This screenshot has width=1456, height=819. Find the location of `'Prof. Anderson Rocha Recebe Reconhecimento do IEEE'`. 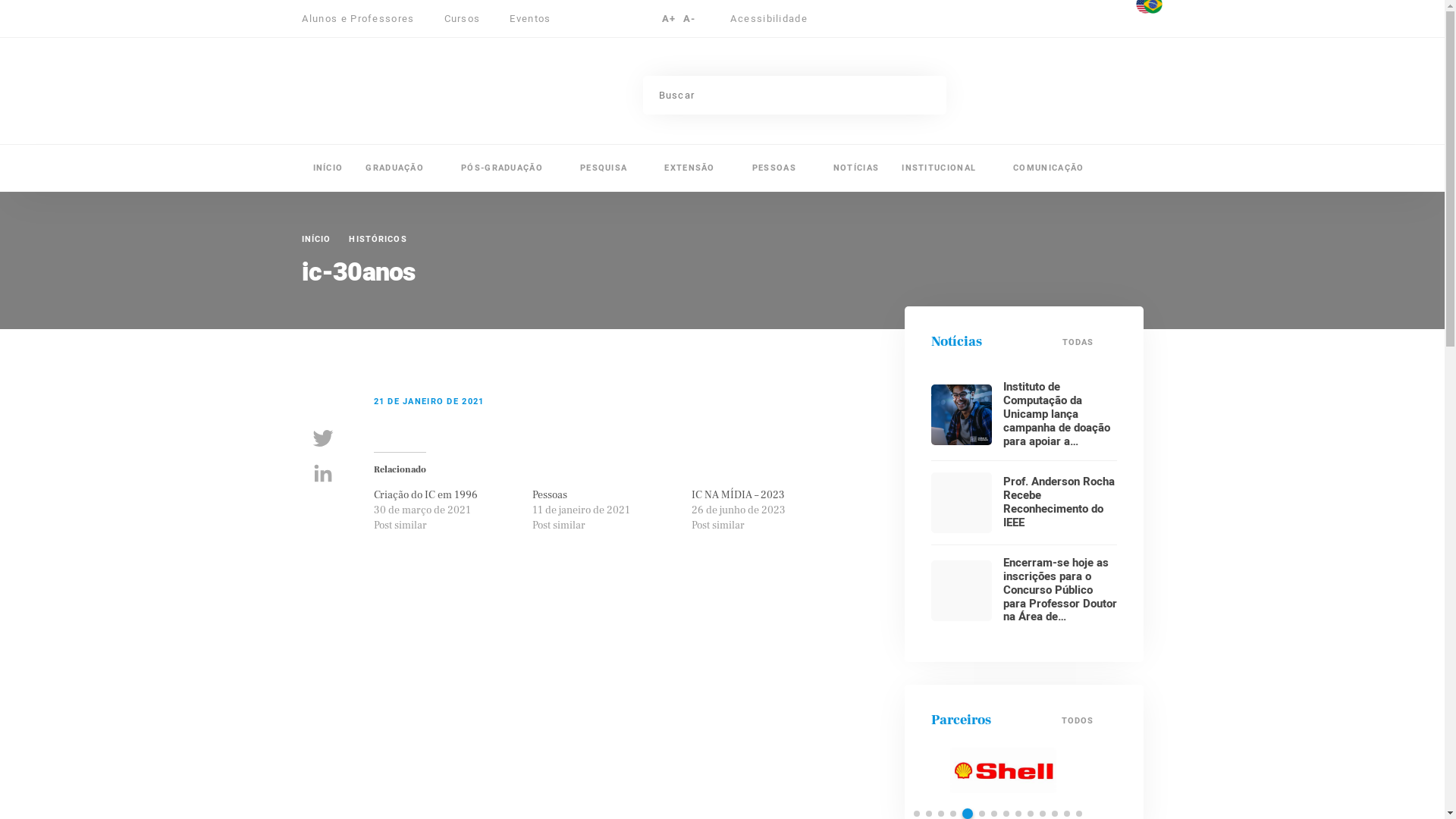

'Prof. Anderson Rocha Recebe Reconhecimento do IEEE' is located at coordinates (1057, 502).